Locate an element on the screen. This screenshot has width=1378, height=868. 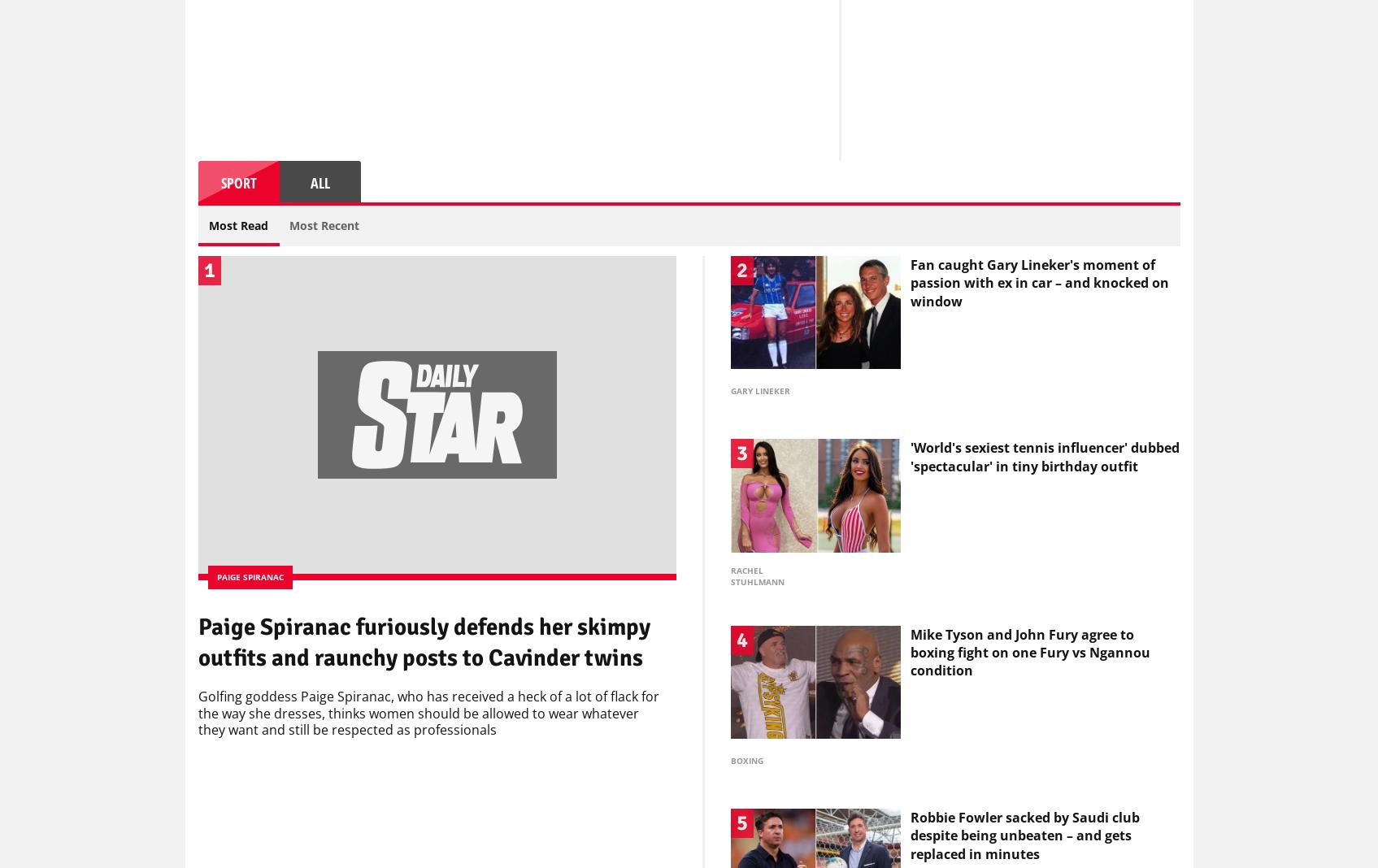
'Most Recent' is located at coordinates (323, 228).